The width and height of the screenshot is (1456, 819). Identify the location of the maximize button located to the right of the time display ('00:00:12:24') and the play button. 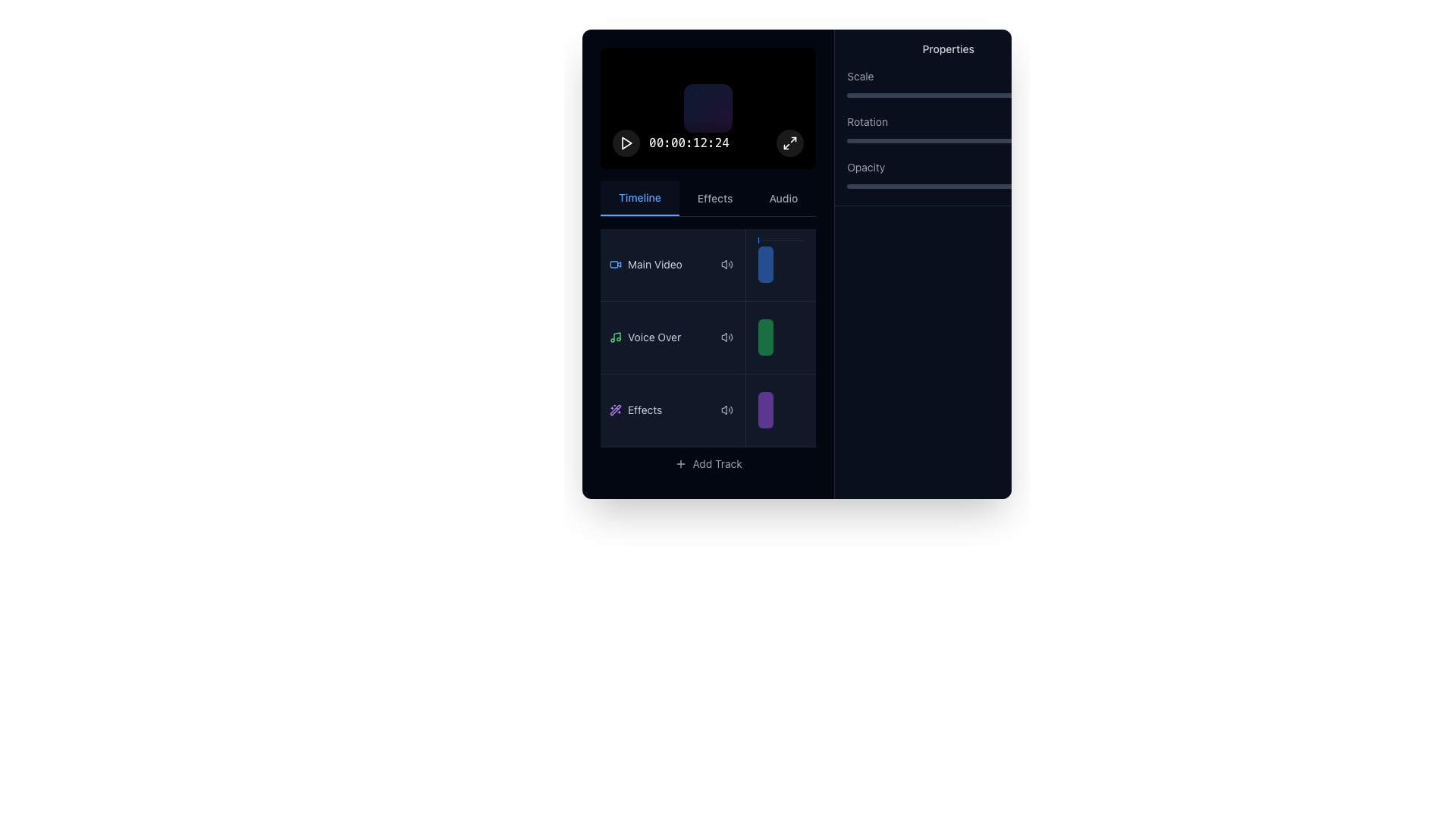
(789, 143).